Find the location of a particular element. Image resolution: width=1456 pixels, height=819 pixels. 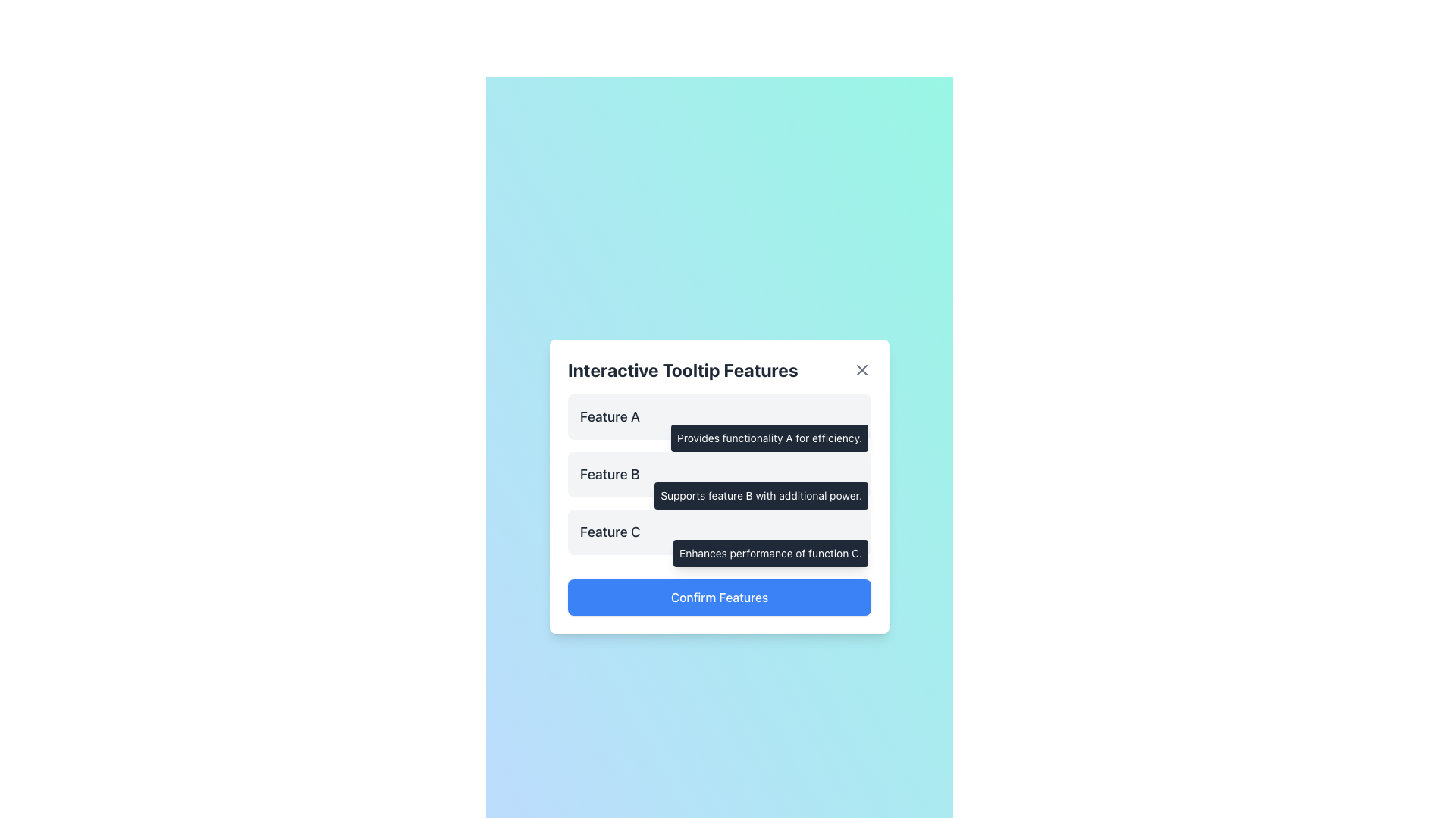

displayed information from the Descriptive Information Block labeled 'Feature A' which includes a tooltip-style description 'Provides functionality A for efficiency.' is located at coordinates (719, 417).